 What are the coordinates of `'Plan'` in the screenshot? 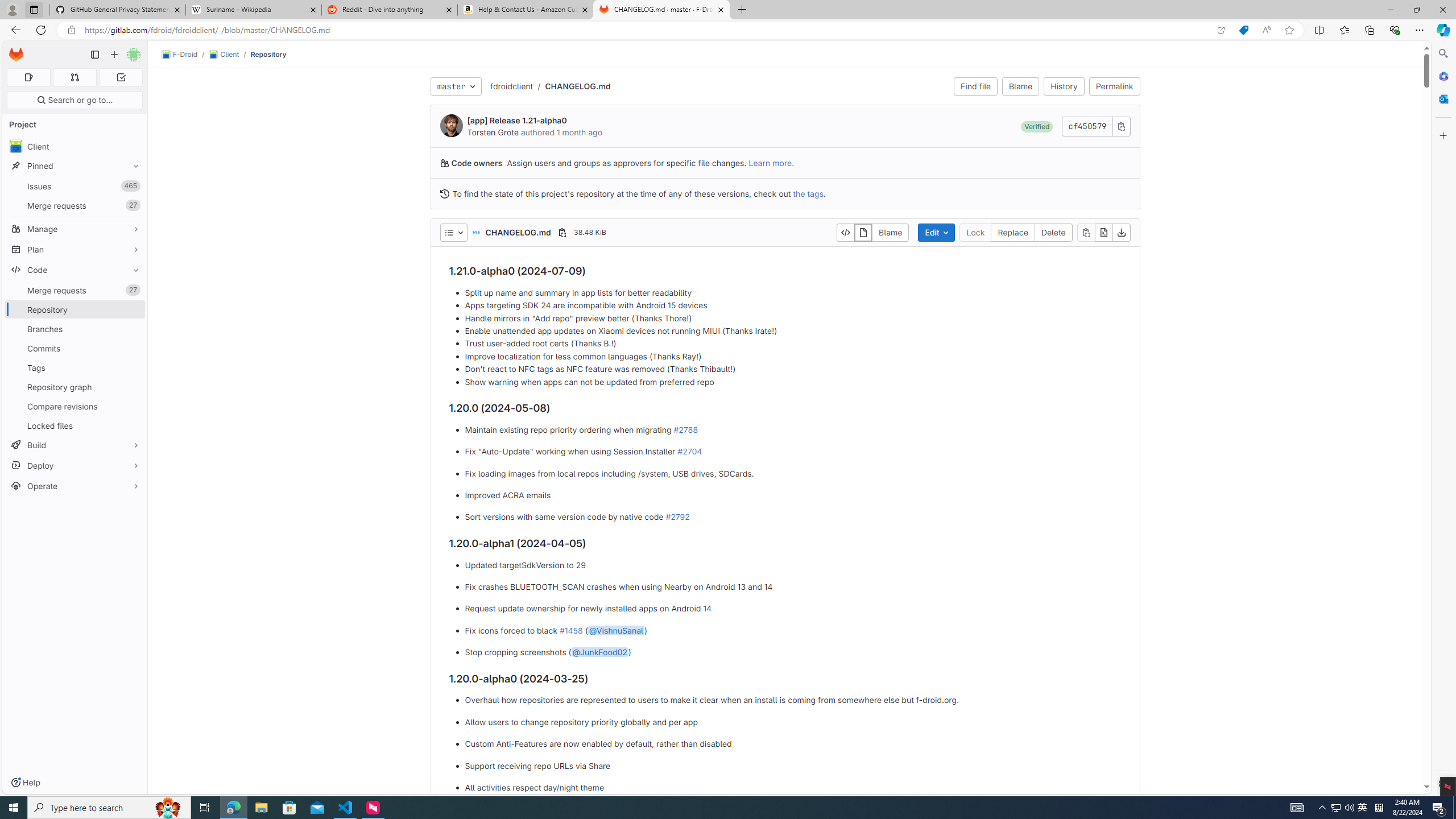 It's located at (74, 249).